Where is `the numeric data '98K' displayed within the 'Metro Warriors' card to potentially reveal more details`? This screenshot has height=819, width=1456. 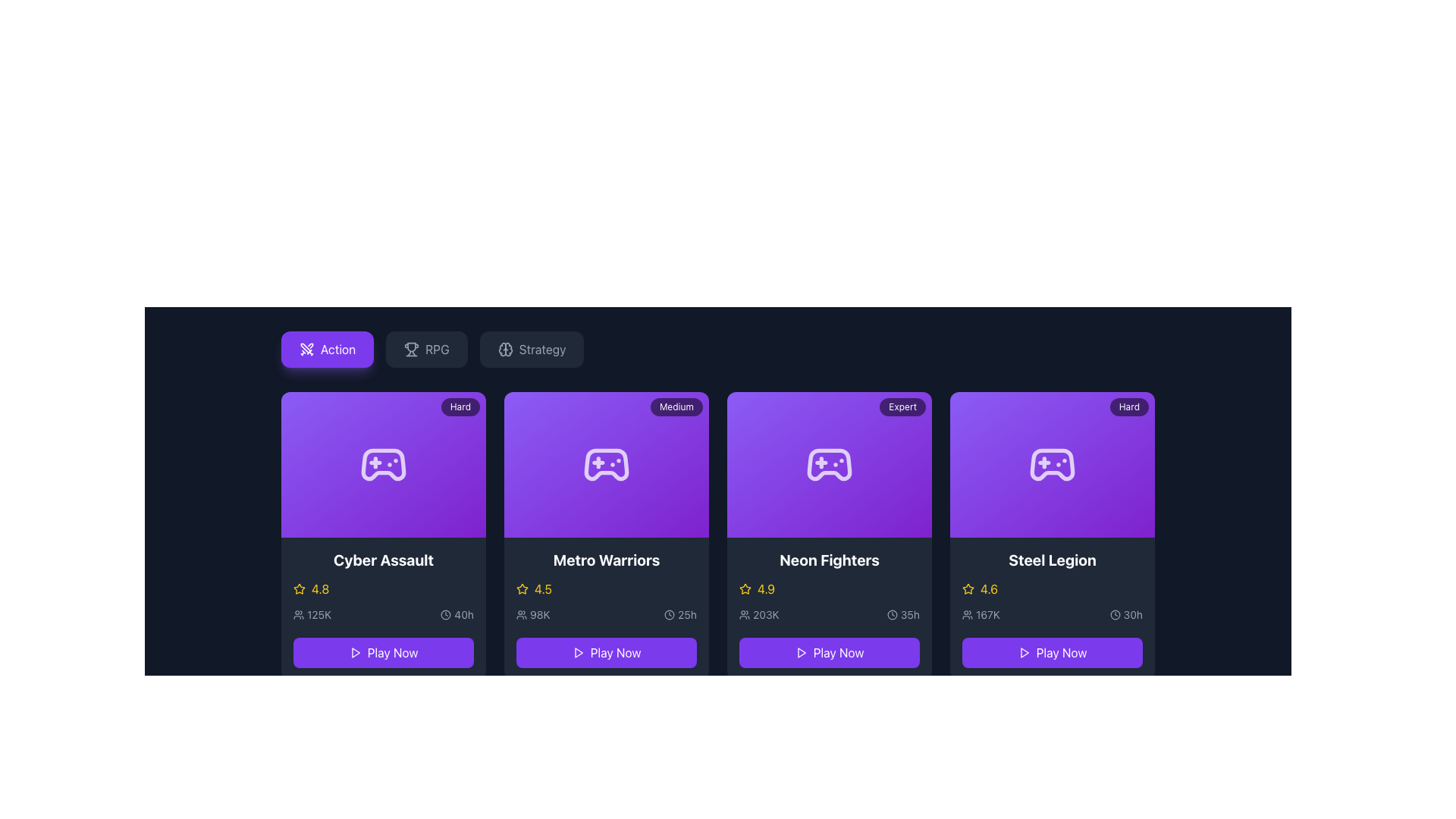
the numeric data '98K' displayed within the 'Metro Warriors' card to potentially reveal more details is located at coordinates (607, 614).